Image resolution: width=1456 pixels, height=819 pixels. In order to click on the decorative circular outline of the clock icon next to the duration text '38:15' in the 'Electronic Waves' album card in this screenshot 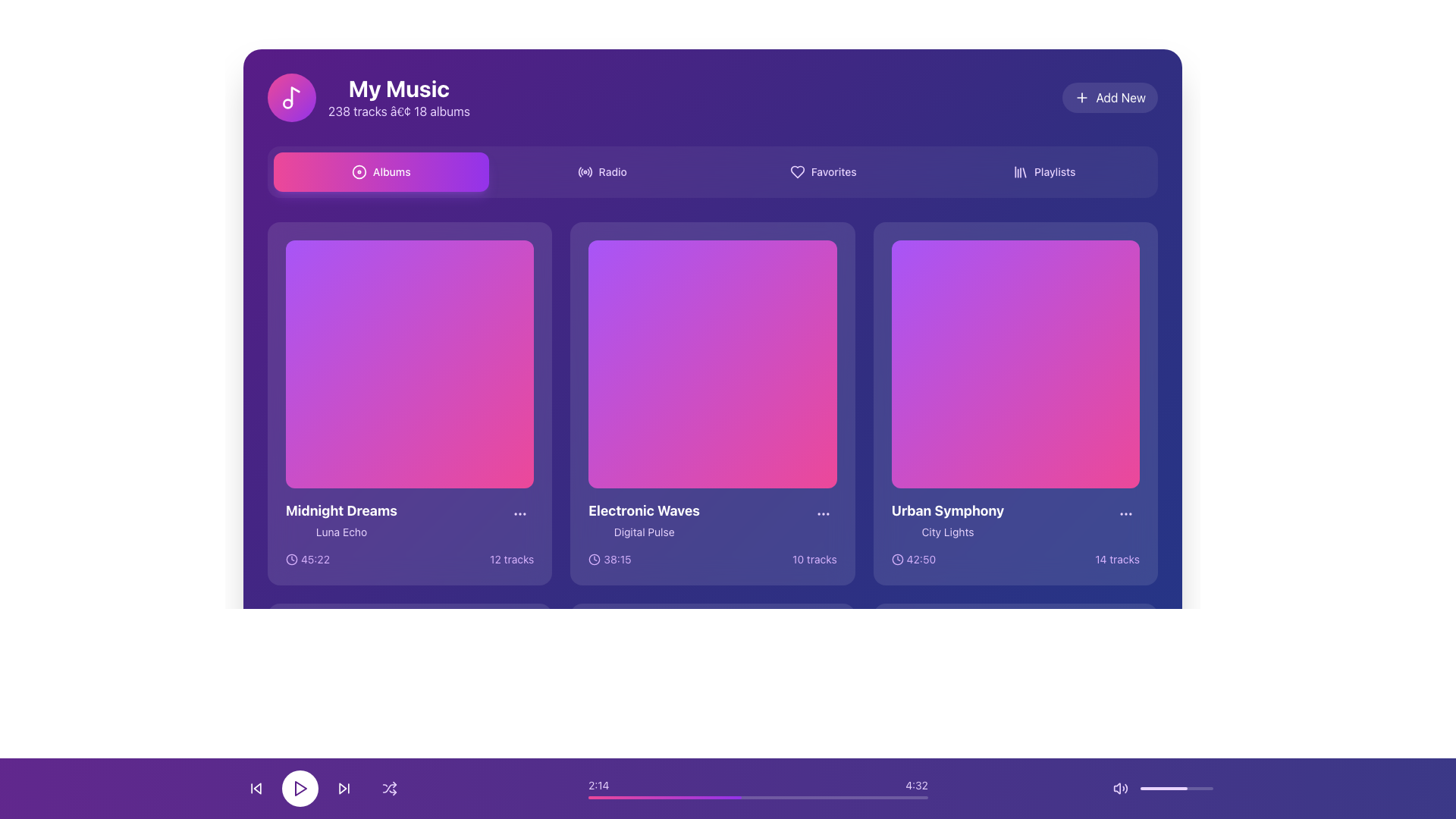, I will do `click(594, 560)`.